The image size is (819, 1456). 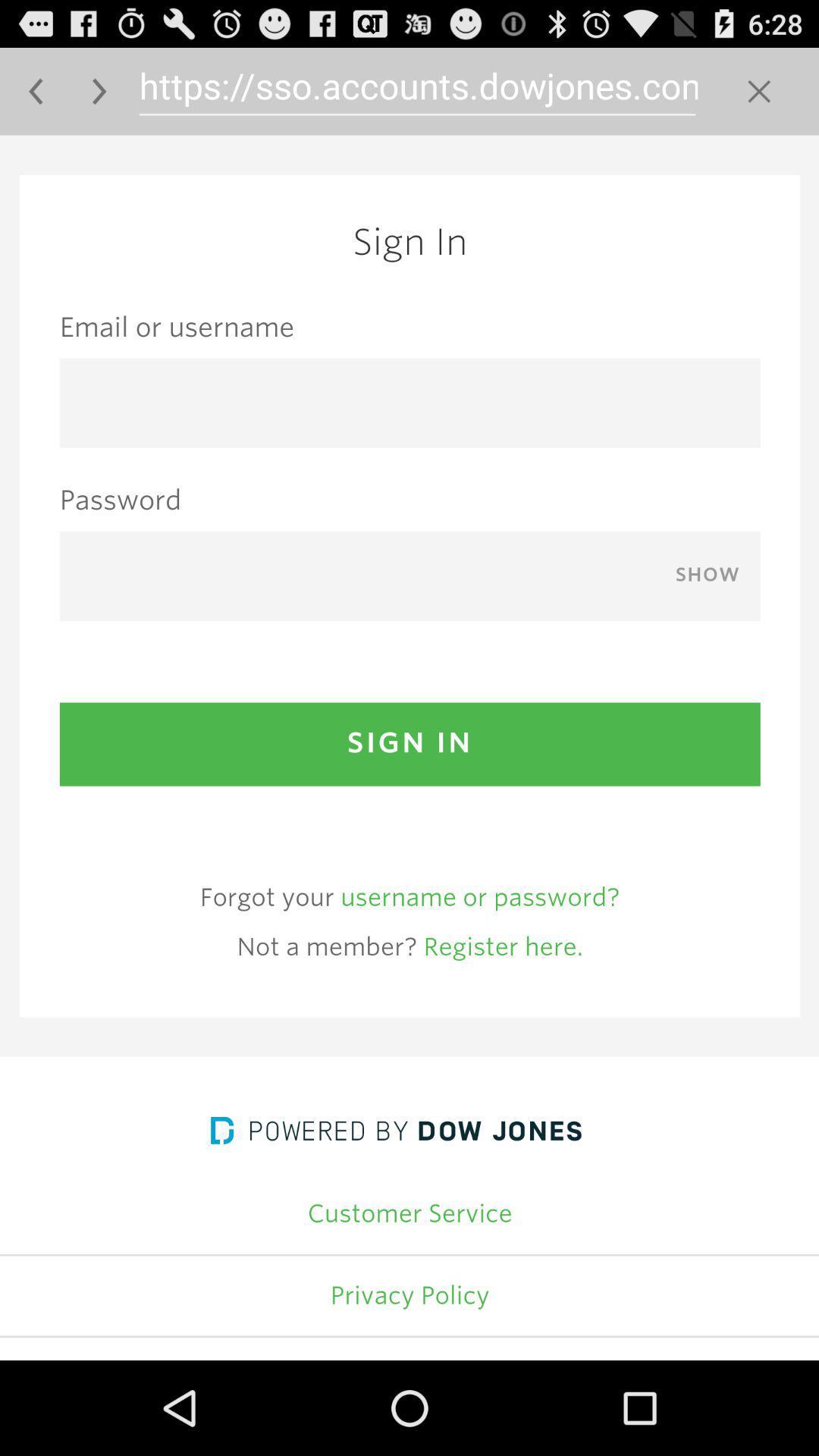 What do you see at coordinates (409, 748) in the screenshot?
I see `for advertisement` at bounding box center [409, 748].